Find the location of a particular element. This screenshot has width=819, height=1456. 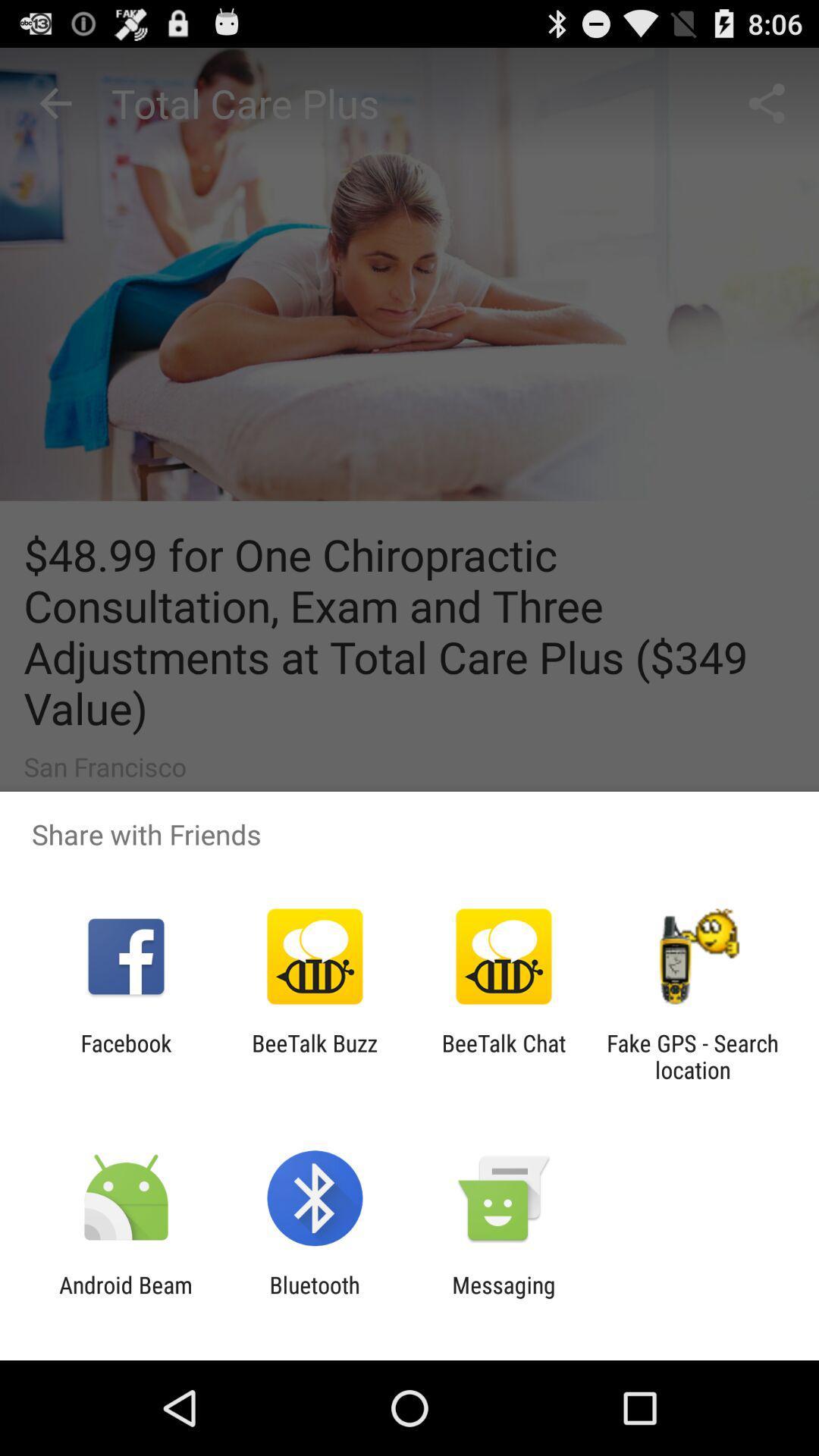

the icon next to the beetalk buzz is located at coordinates (504, 1056).